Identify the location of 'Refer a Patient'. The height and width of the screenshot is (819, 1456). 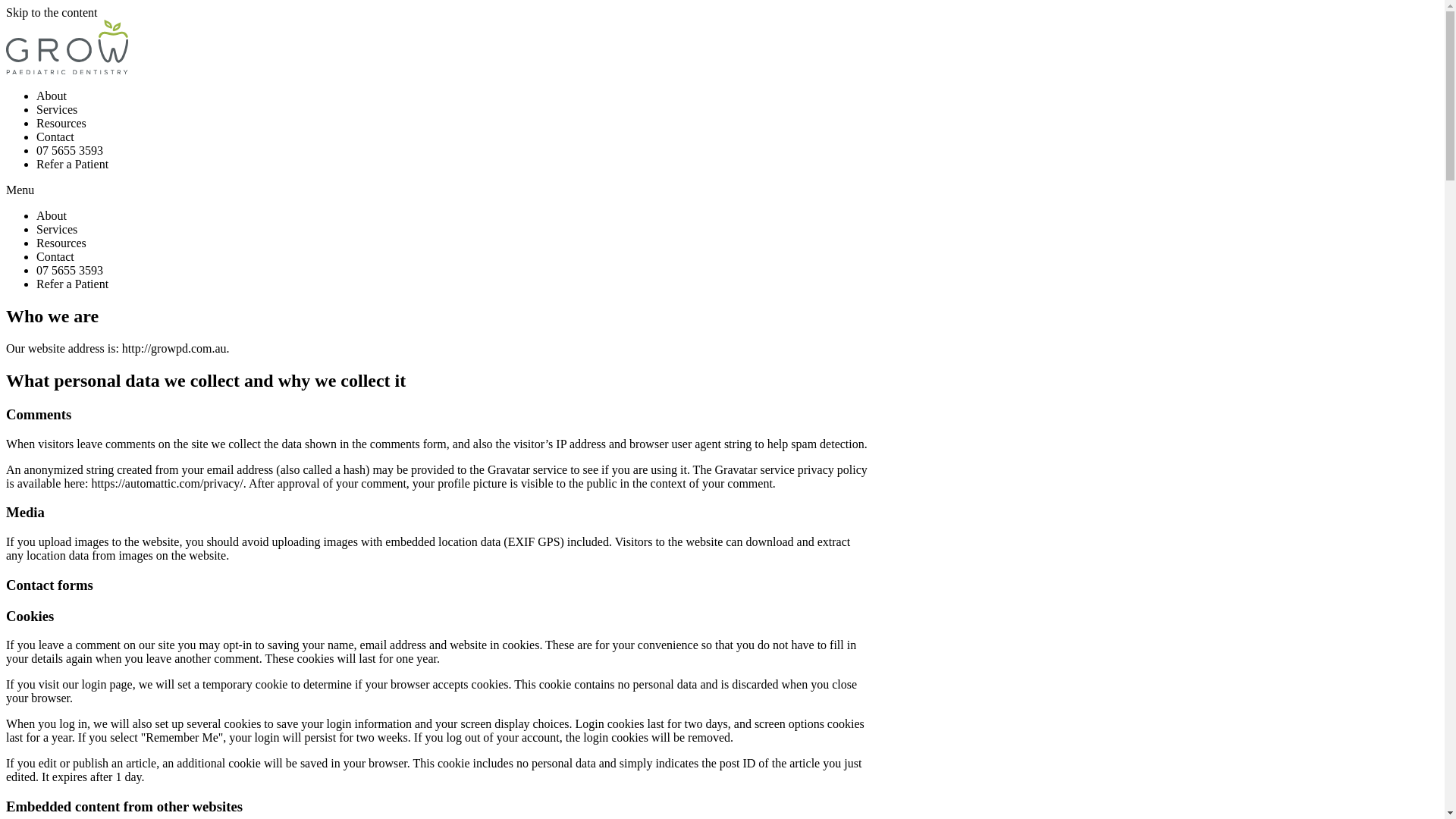
(36, 284).